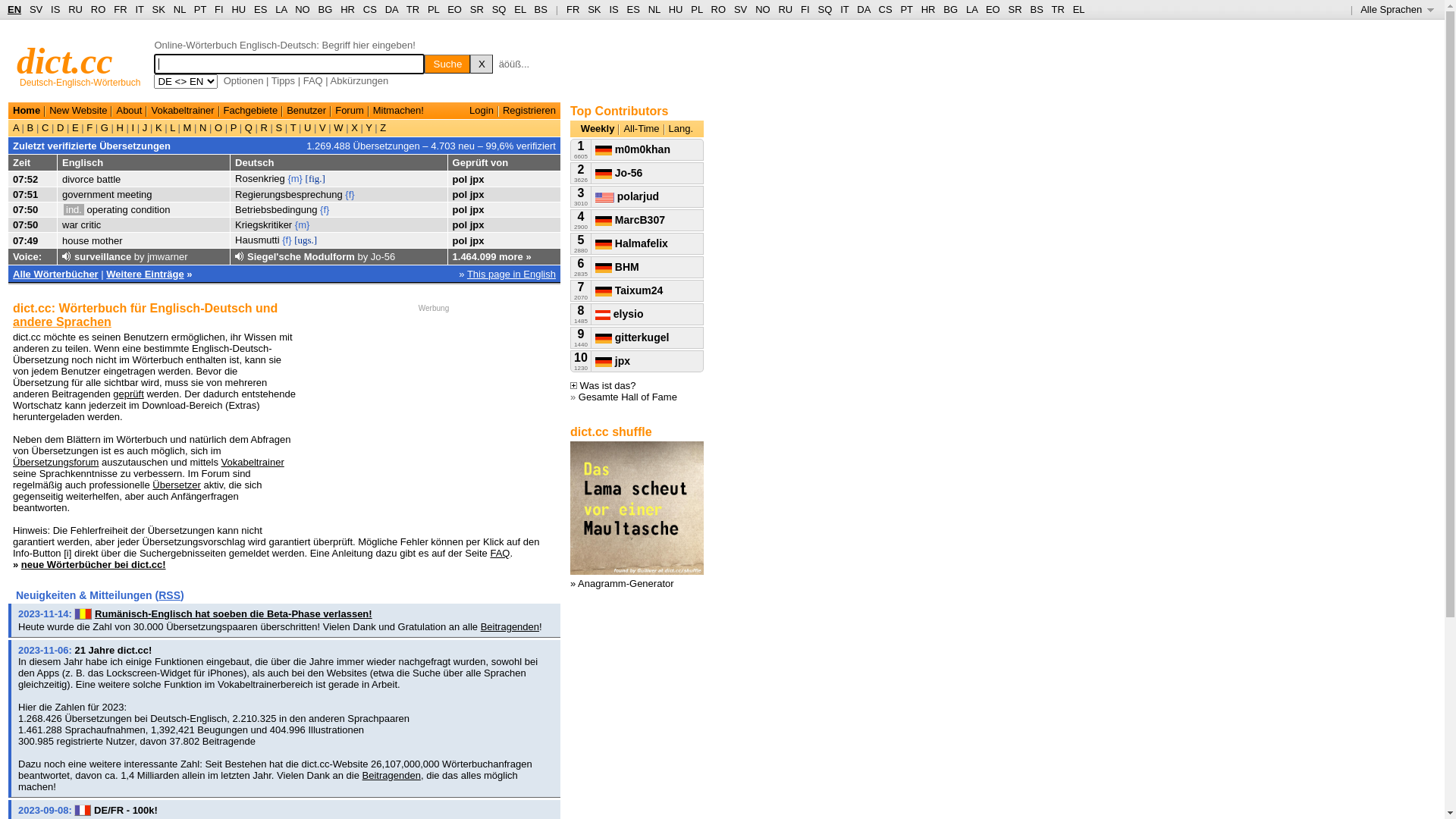 This screenshot has width=1456, height=819. I want to click on 'jpx', so click(476, 224).